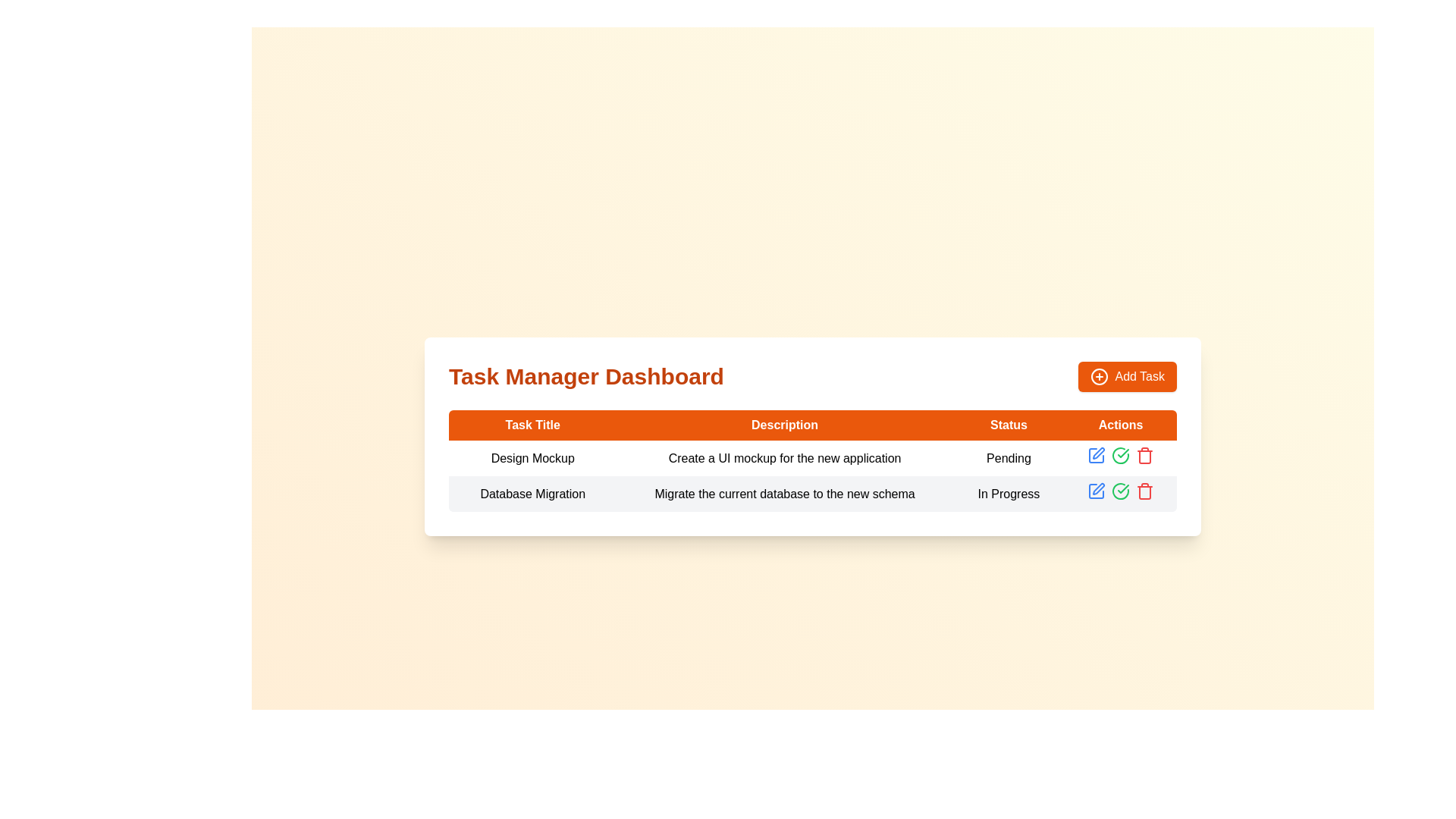 Image resolution: width=1456 pixels, height=819 pixels. What do you see at coordinates (1097, 455) in the screenshot?
I see `the top boundary line of the square or rectangular icon located within the 'Actions' column of the 'Database Migration' row in the task manager table` at bounding box center [1097, 455].